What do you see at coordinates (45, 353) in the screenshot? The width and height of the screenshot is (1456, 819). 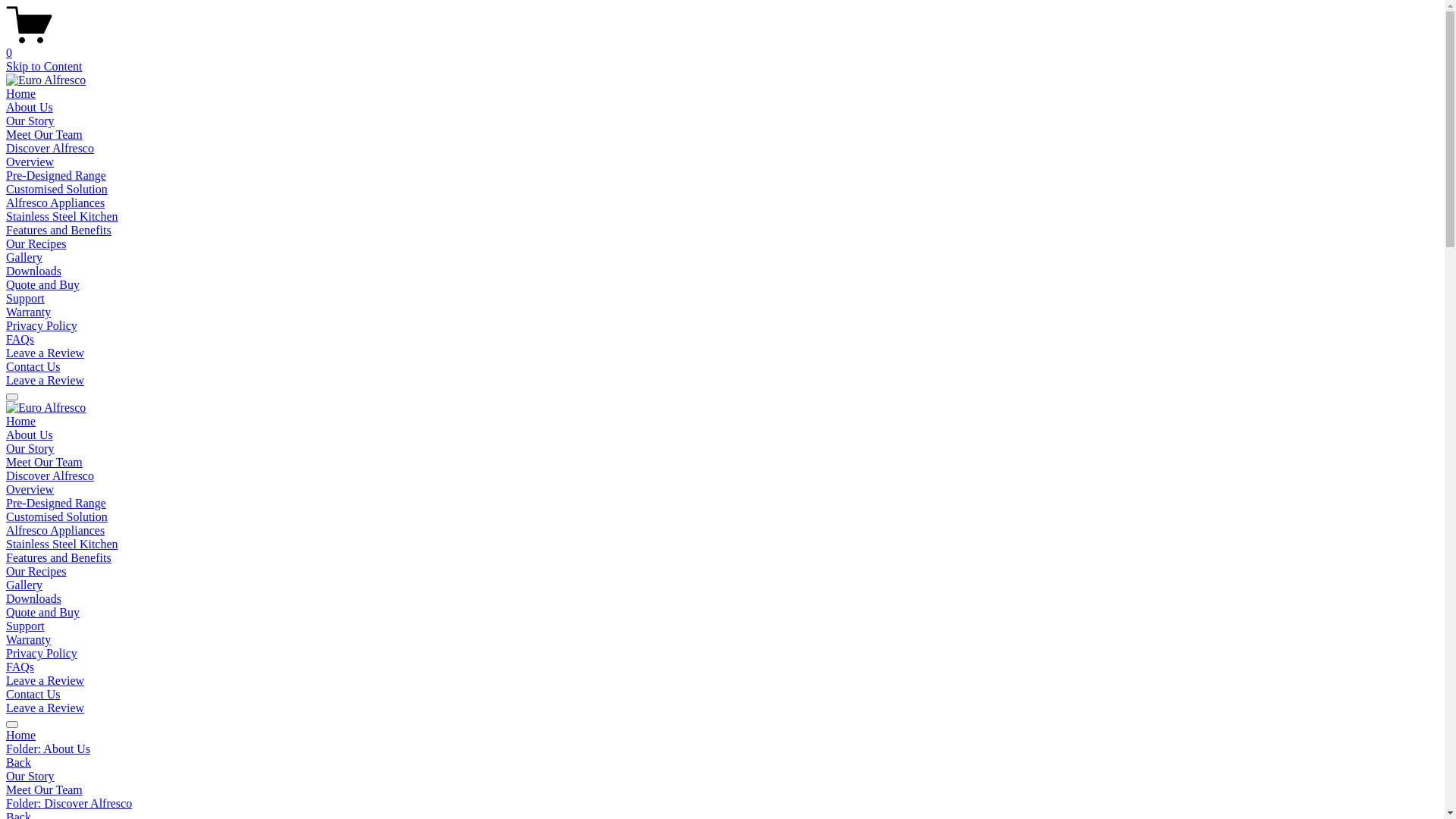 I see `'Leave a Review'` at bounding box center [45, 353].